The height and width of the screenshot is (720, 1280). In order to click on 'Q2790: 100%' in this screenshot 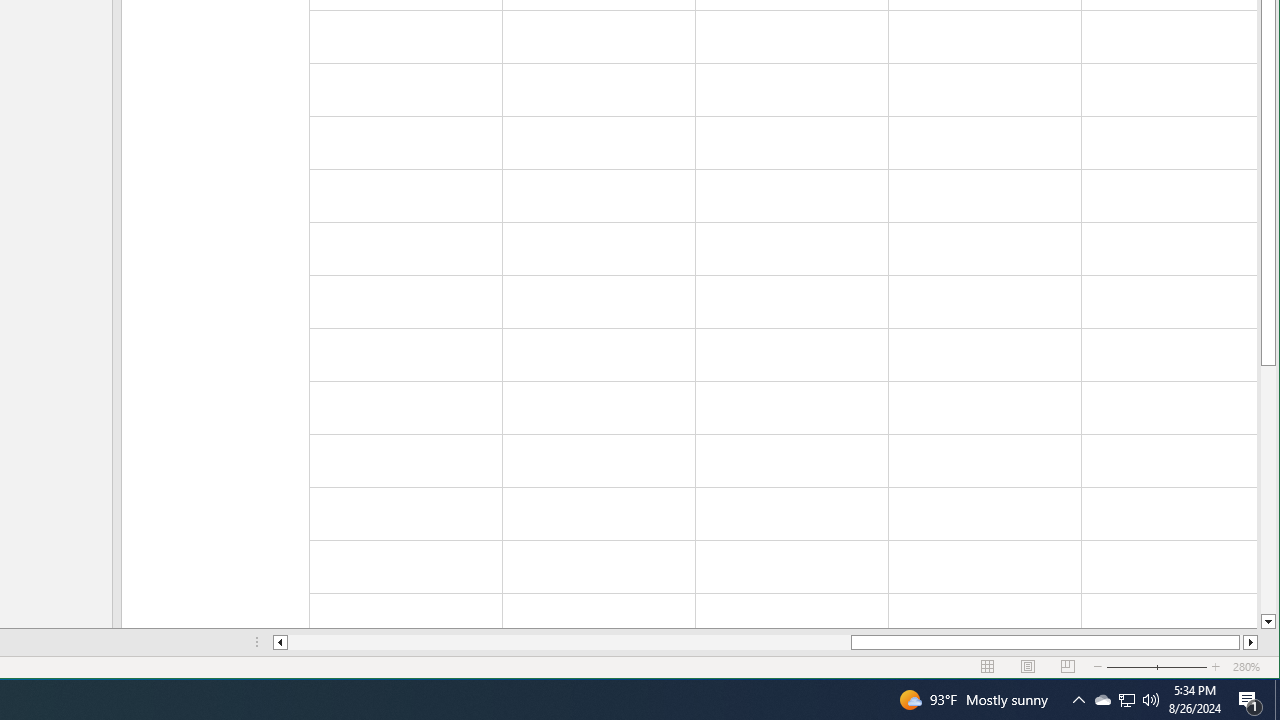, I will do `click(1127, 698)`.